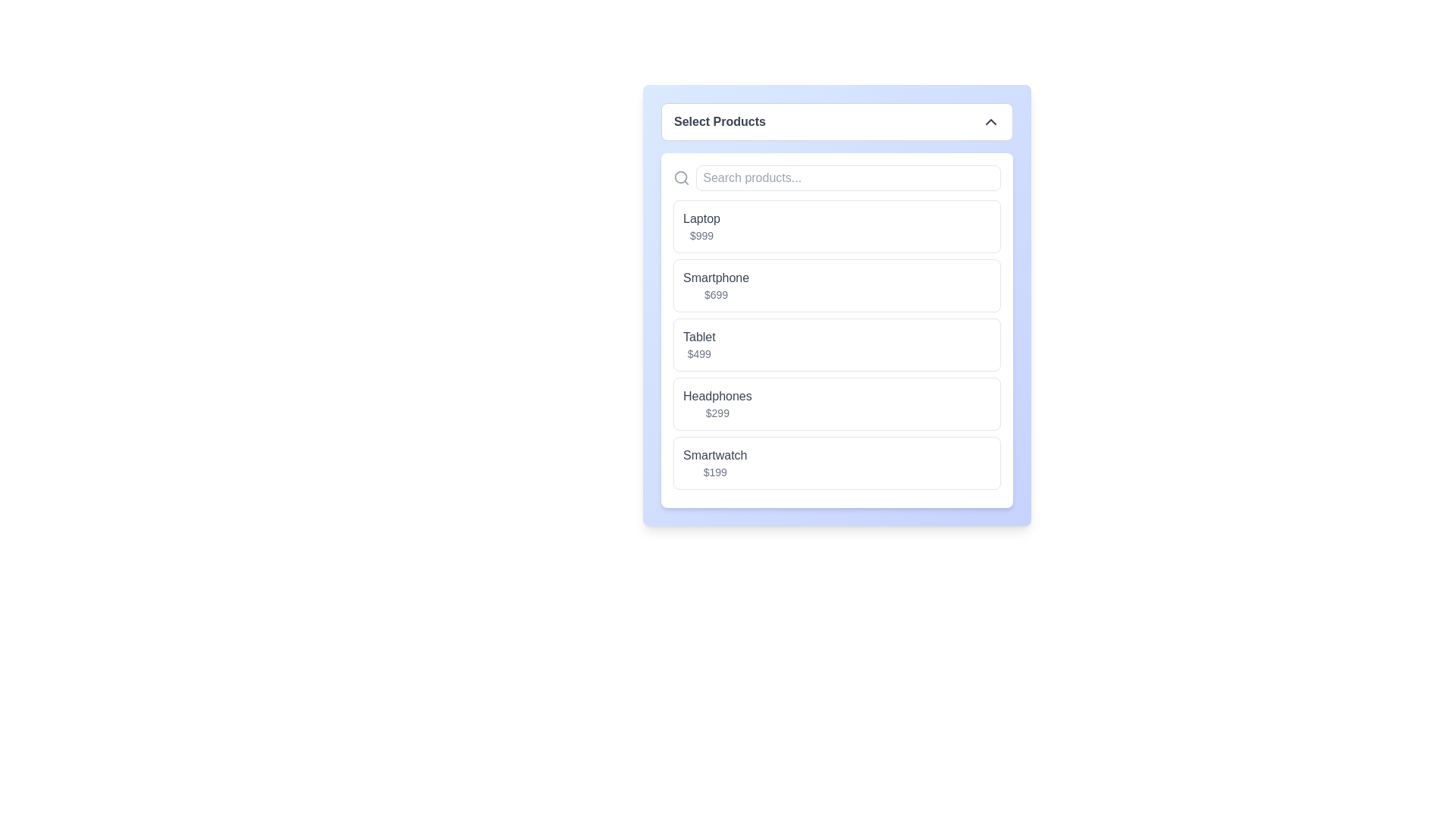 The width and height of the screenshot is (1456, 819). Describe the element at coordinates (836, 345) in the screenshot. I see `the 'Tablet' card in the selection menu` at that location.